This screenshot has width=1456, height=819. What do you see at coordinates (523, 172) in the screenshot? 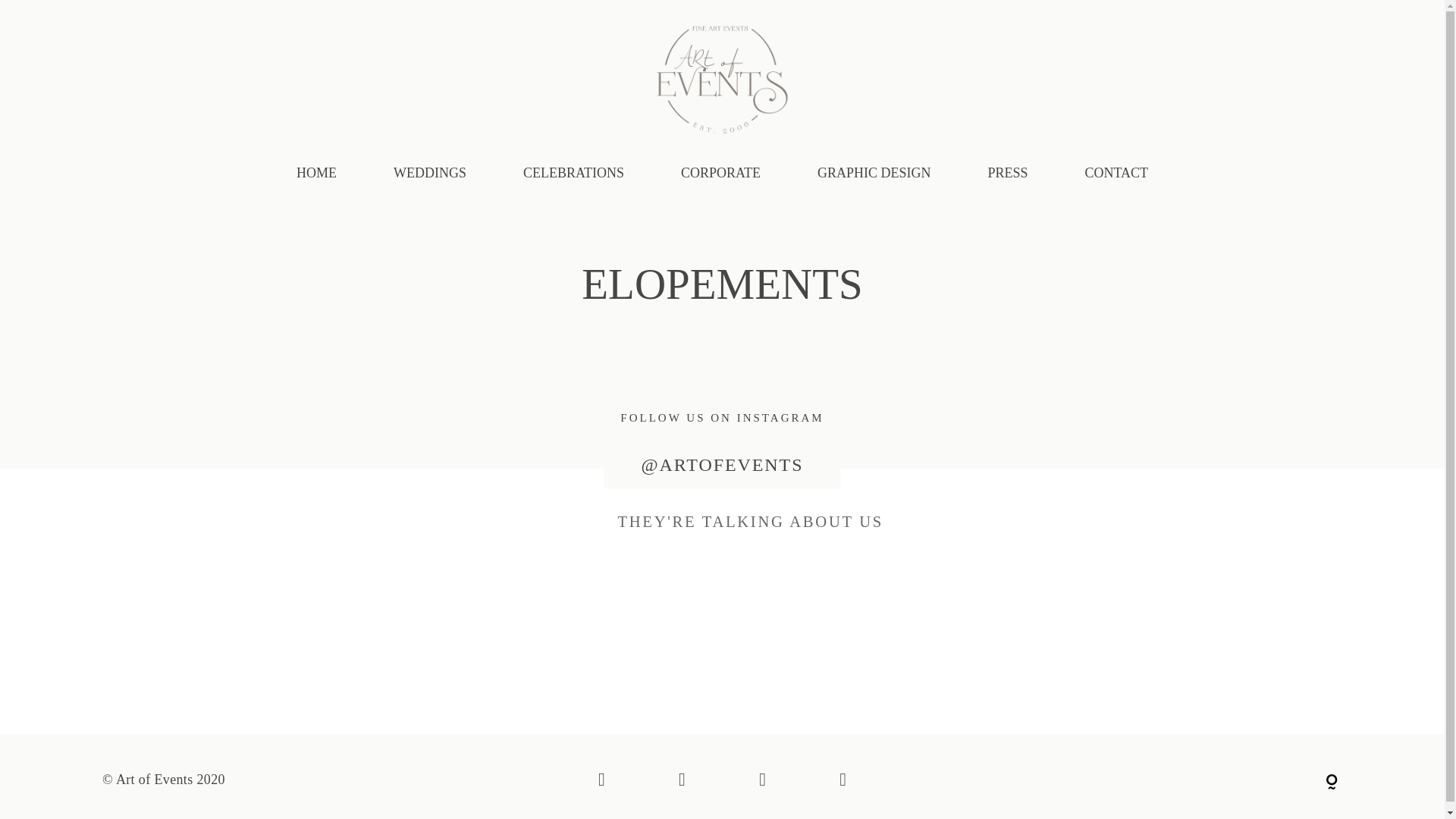
I see `'CELEBRATIONS'` at bounding box center [523, 172].